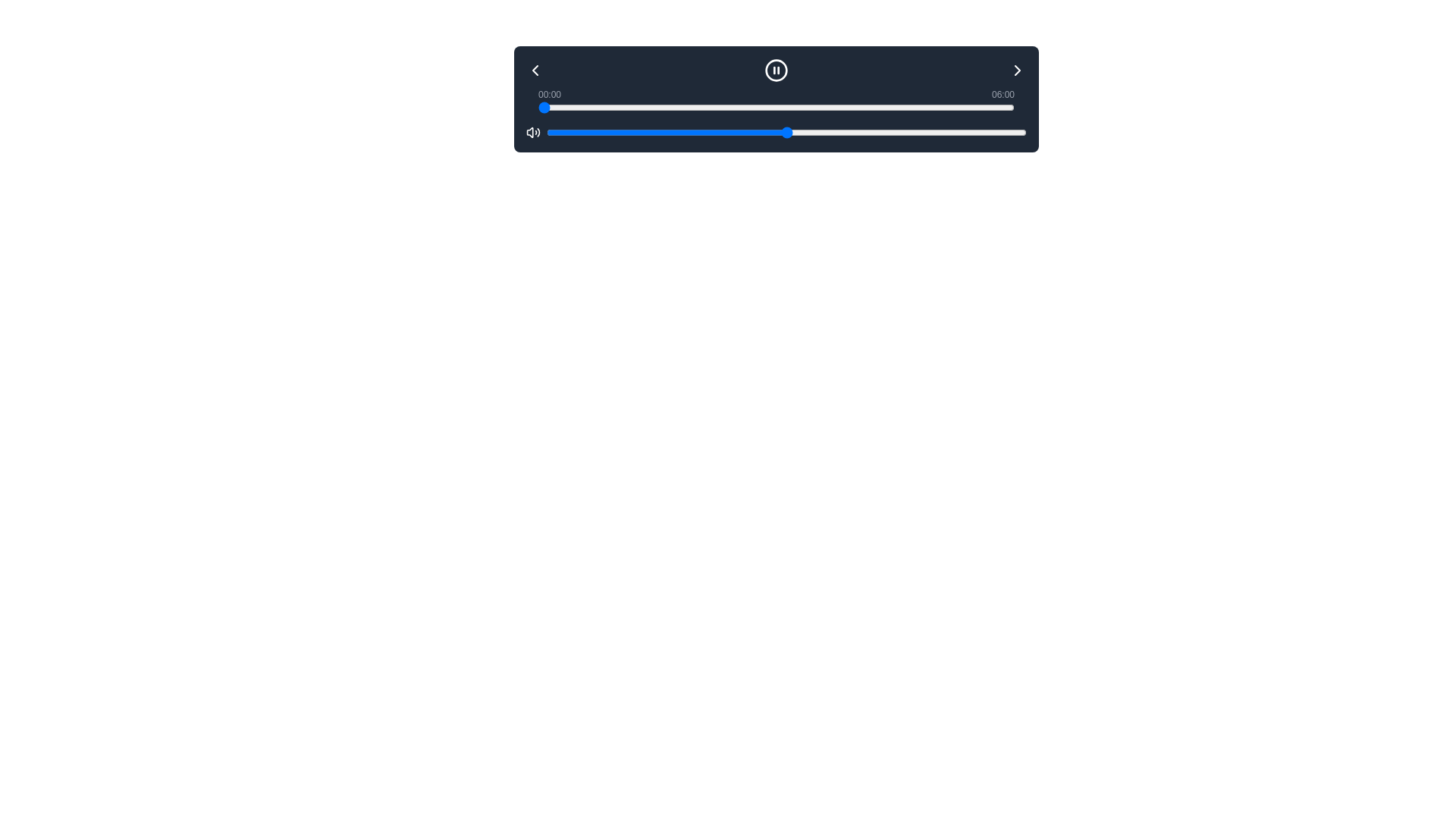 Image resolution: width=1456 pixels, height=819 pixels. What do you see at coordinates (538, 131) in the screenshot?
I see `the outermost arc of sound waves in the volume icon located near the bottom left corner of the control panel interface` at bounding box center [538, 131].